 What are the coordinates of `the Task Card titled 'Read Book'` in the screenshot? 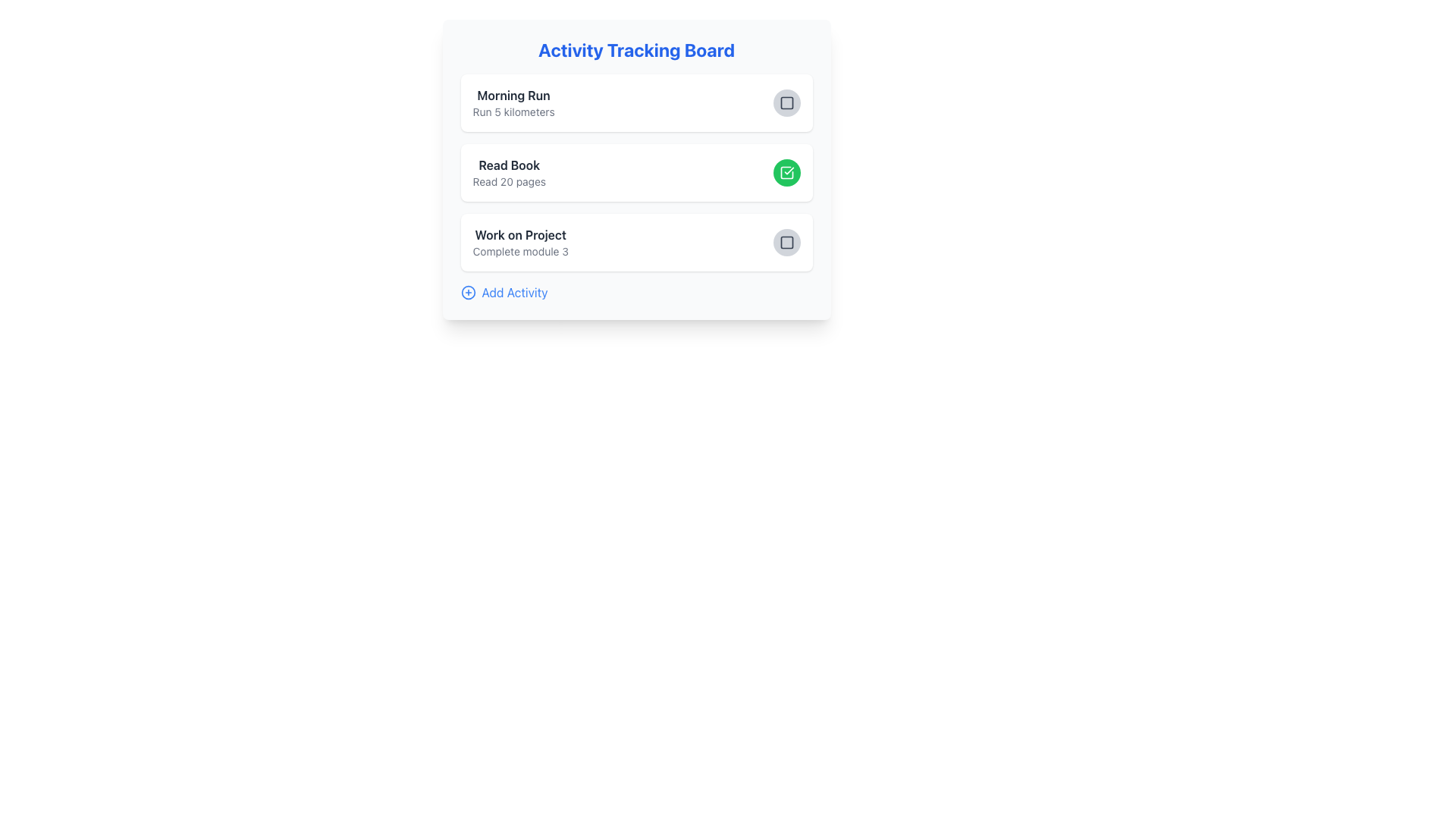 It's located at (636, 171).